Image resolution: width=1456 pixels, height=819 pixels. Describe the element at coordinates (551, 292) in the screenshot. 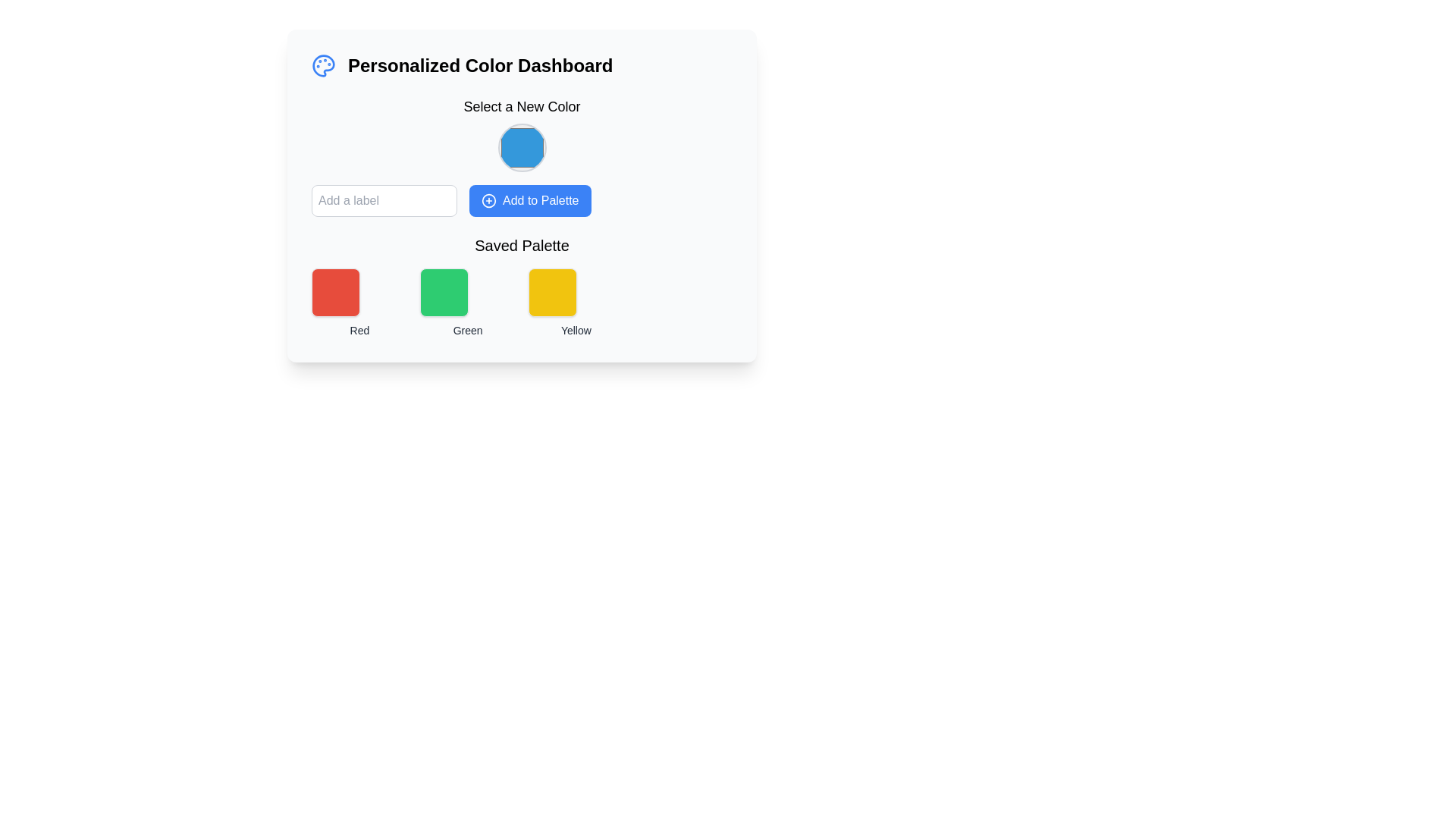

I see `the rightmost yellow selectable color button in the 'Saved Palette' section` at that location.